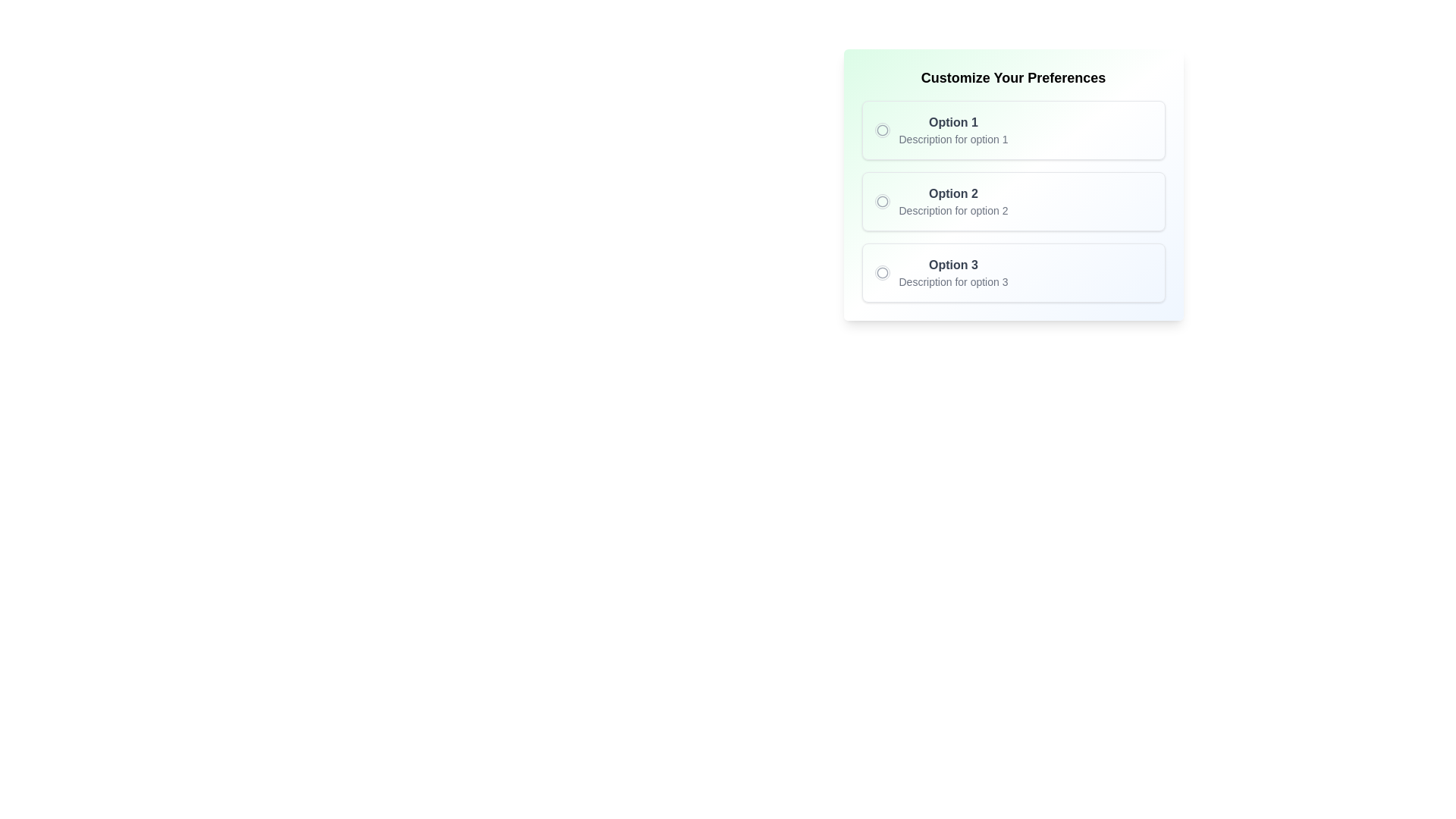 This screenshot has height=819, width=1456. I want to click on the radio button labeled 'Option 2', so click(882, 201).